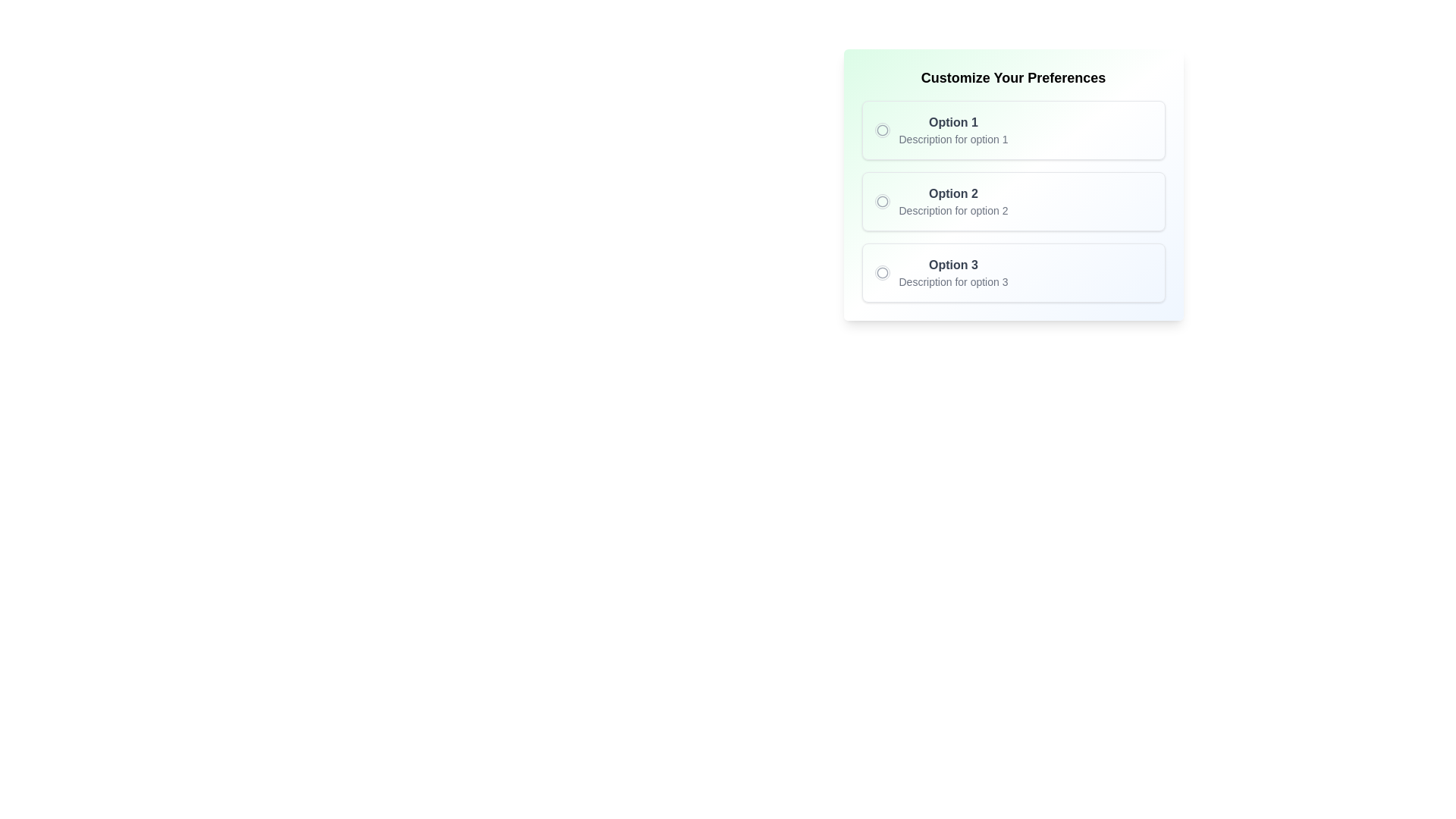 This screenshot has height=819, width=1456. I want to click on the radio button labeled 'Option 2', so click(882, 201).